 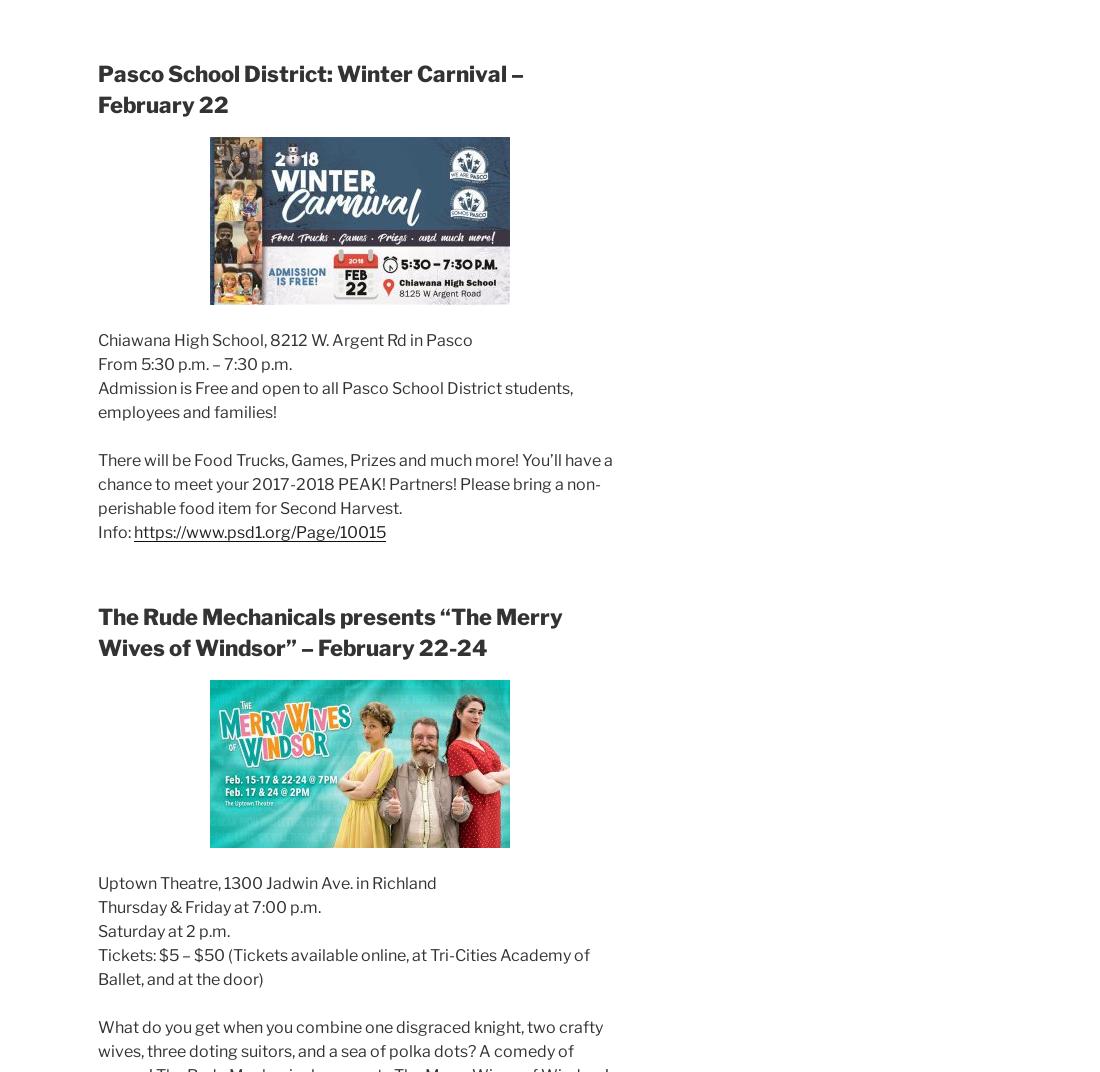 What do you see at coordinates (284, 339) in the screenshot?
I see `'Chiawana High School, 8212 W. Argent Rd in Pasco'` at bounding box center [284, 339].